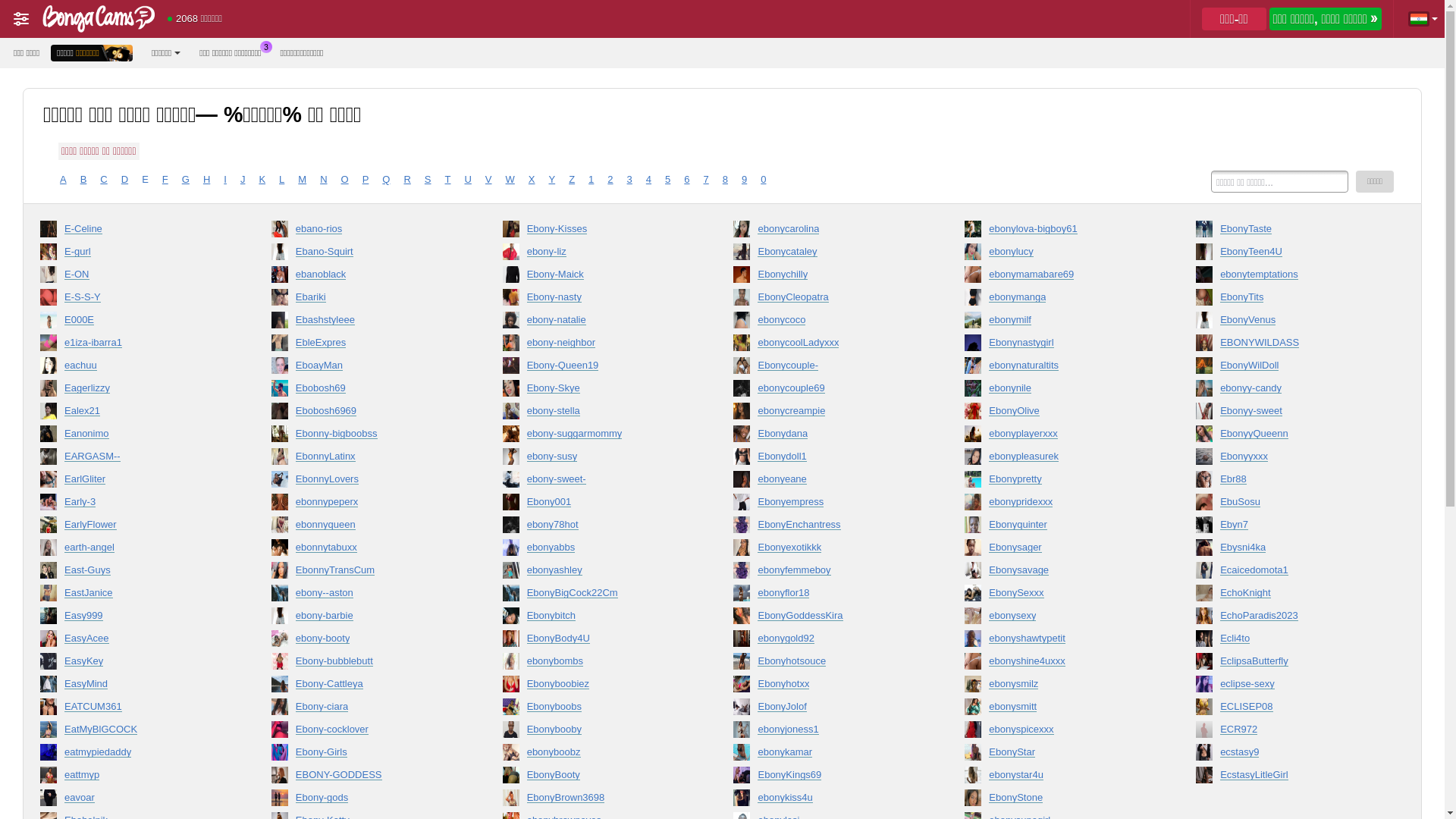 This screenshot has height=819, width=1456. What do you see at coordinates (590, 178) in the screenshot?
I see `'1'` at bounding box center [590, 178].